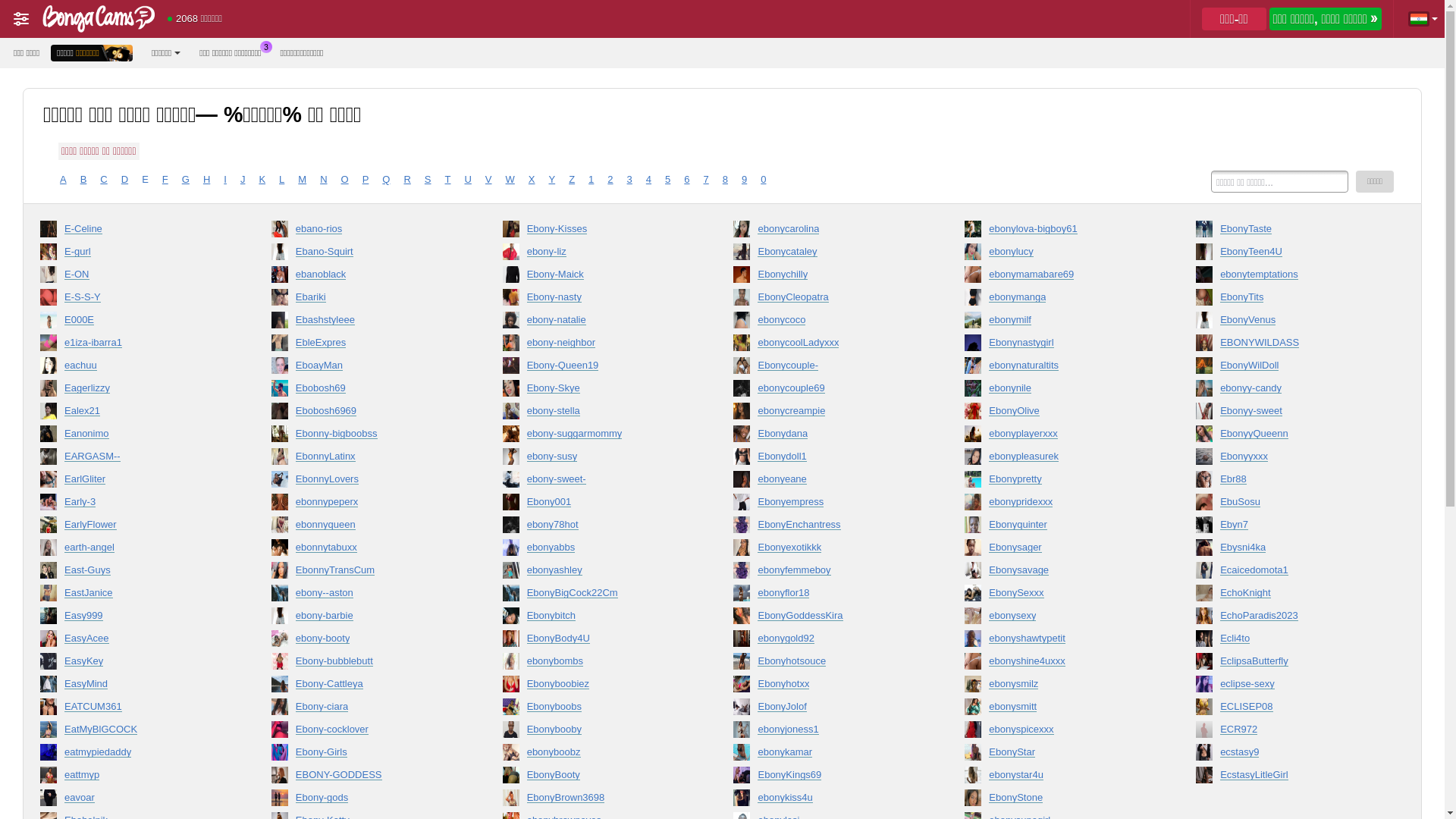 This screenshot has height=819, width=1456. What do you see at coordinates (590, 178) in the screenshot?
I see `'1'` at bounding box center [590, 178].